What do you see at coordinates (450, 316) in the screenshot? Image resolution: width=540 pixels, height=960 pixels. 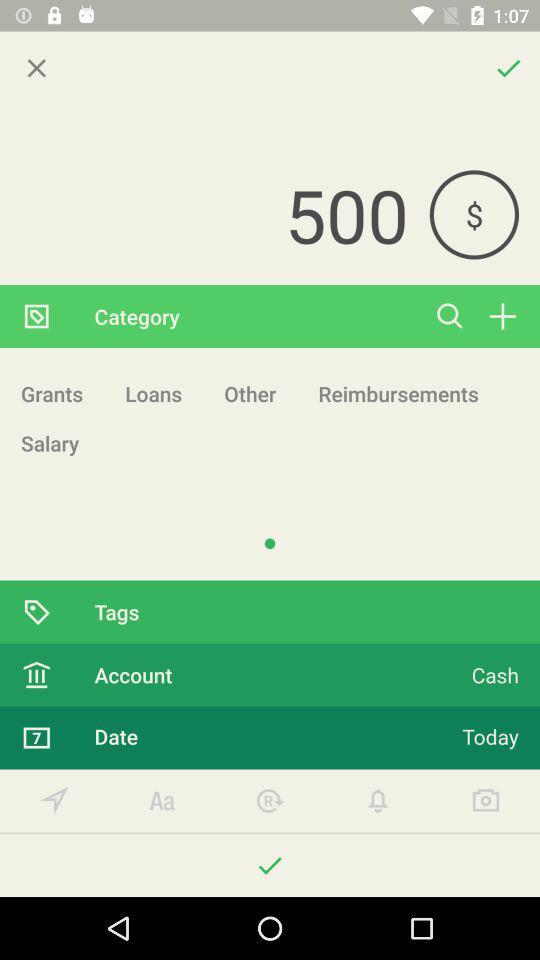 I see `the search icon` at bounding box center [450, 316].